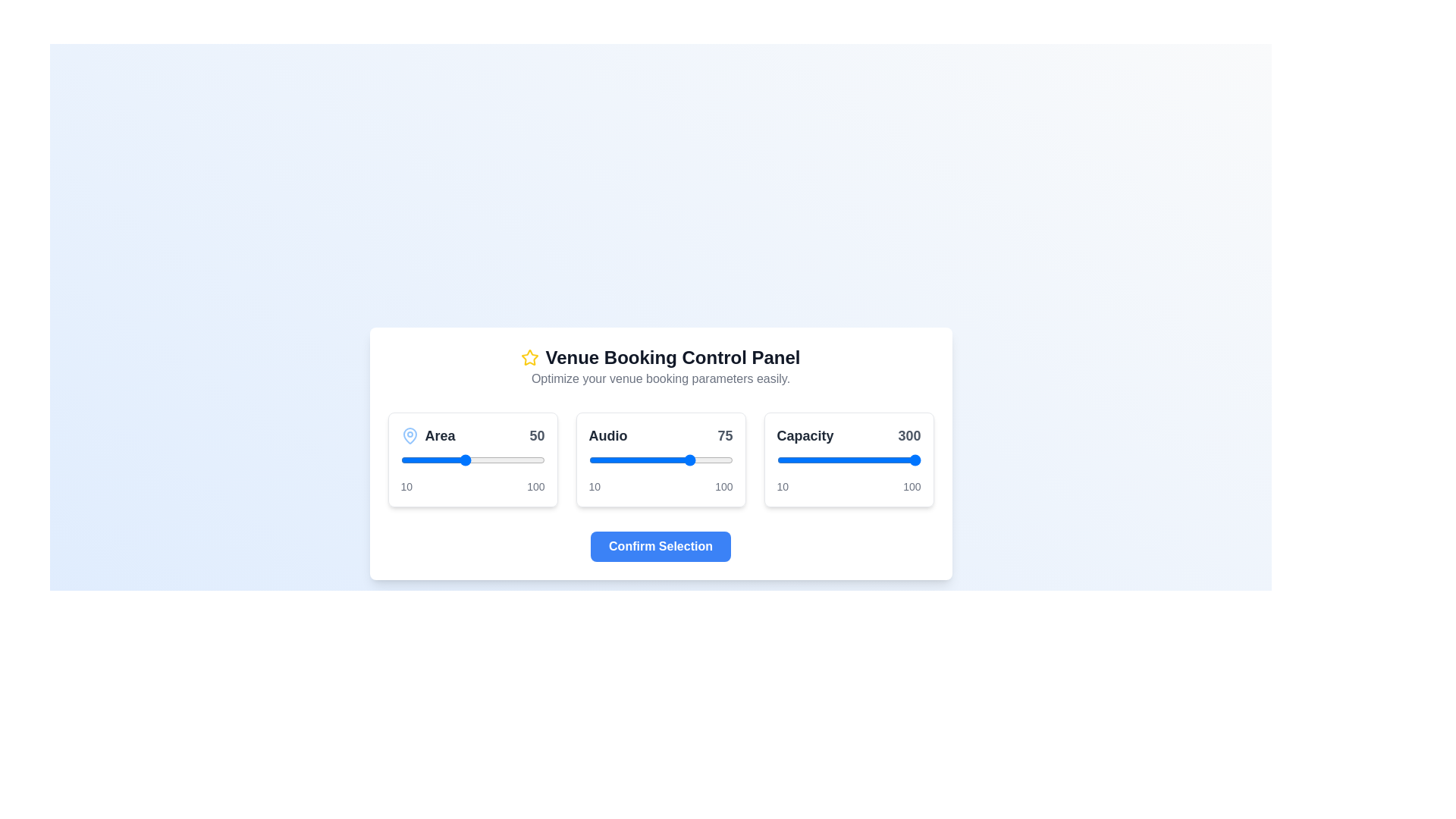 The width and height of the screenshot is (1456, 819). I want to click on the yellow star icon with a hollow center located at the top of the interface header, just above the 'Venue Booking Control Panel' title, so click(530, 356).